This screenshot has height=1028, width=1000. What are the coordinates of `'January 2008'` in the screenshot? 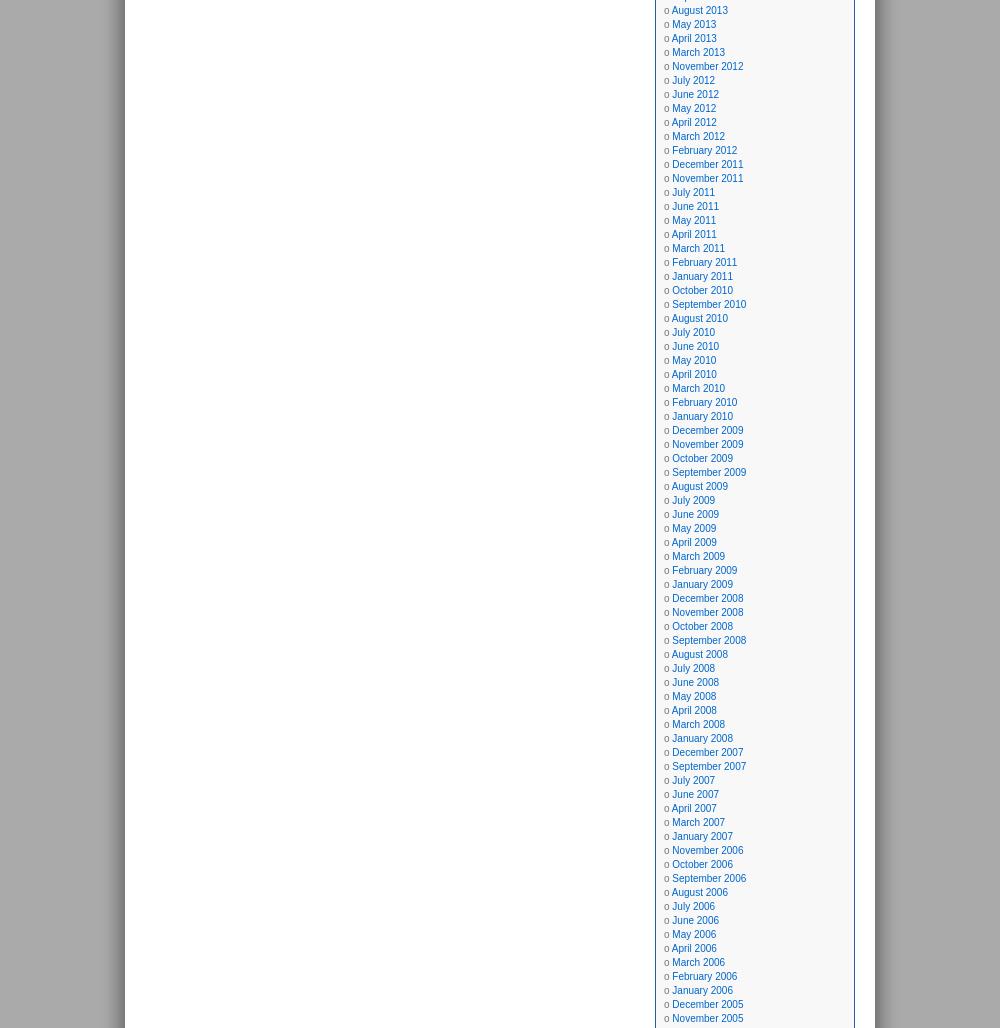 It's located at (672, 737).